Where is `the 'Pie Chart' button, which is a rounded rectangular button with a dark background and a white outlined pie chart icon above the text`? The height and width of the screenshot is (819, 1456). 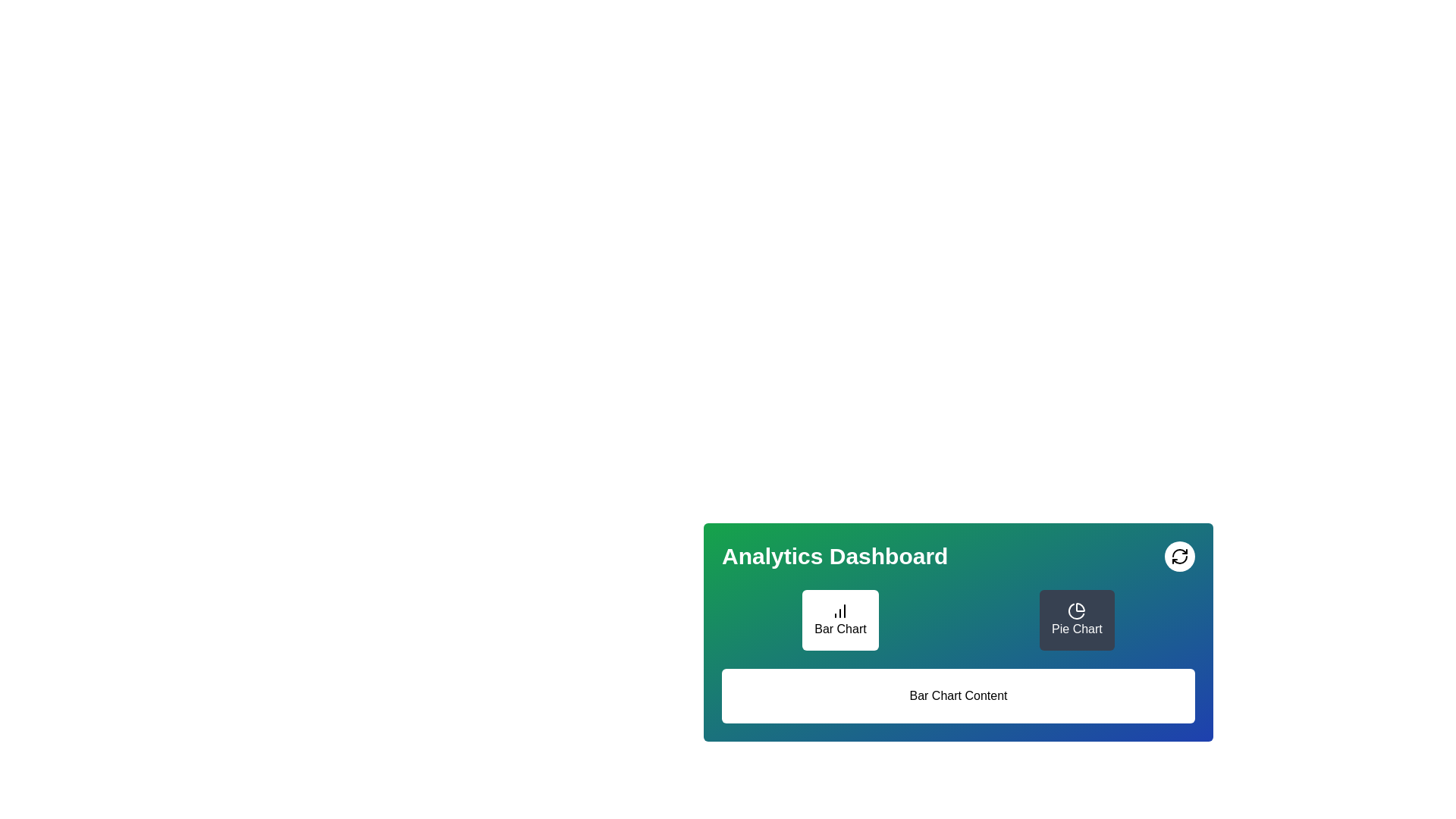 the 'Pie Chart' button, which is a rounded rectangular button with a dark background and a white outlined pie chart icon above the text is located at coordinates (1076, 620).